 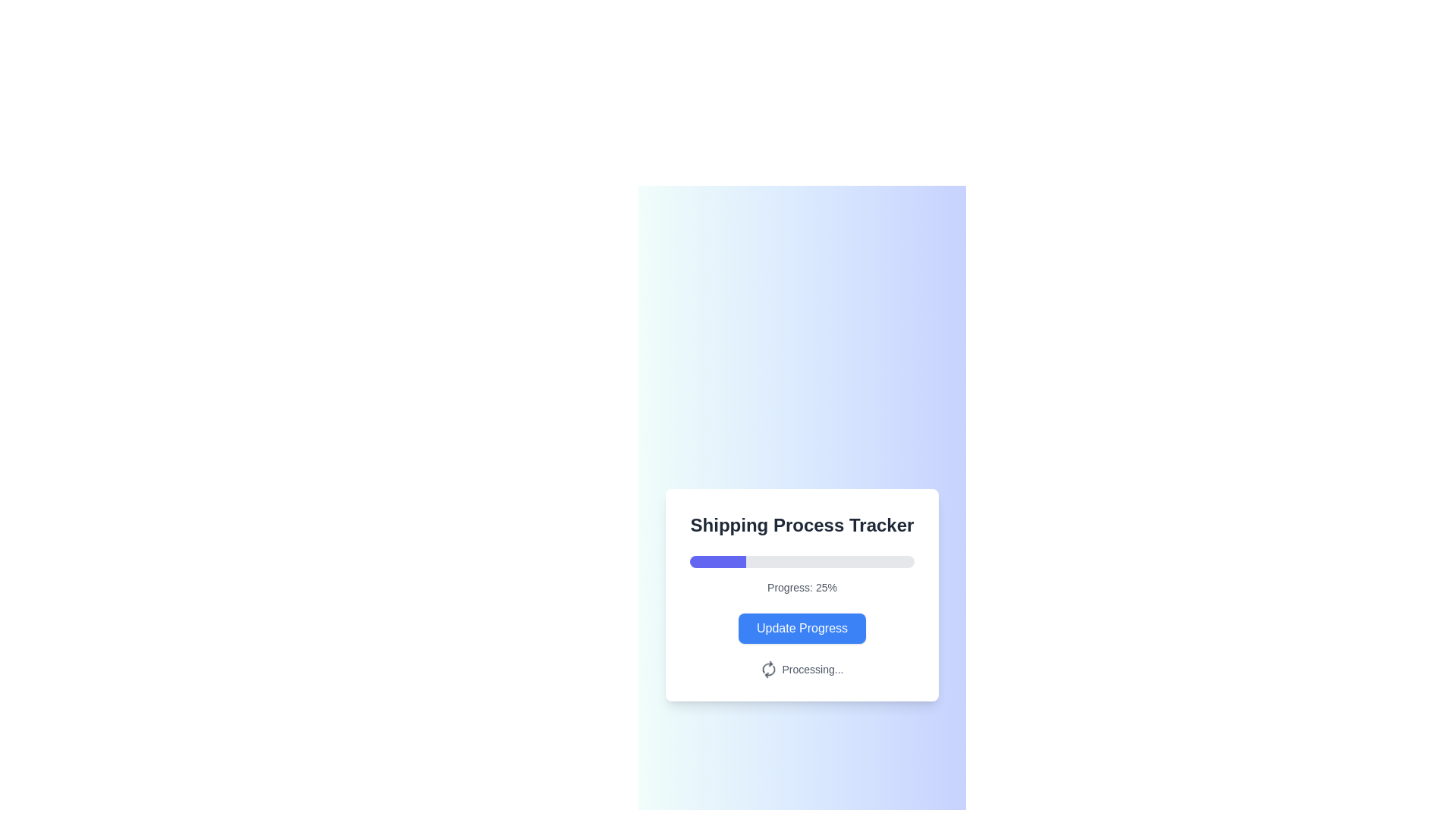 I want to click on the text label that displays the current progress percentage, located below the progress bar and above the 'Update Progress' button, so click(x=801, y=587).